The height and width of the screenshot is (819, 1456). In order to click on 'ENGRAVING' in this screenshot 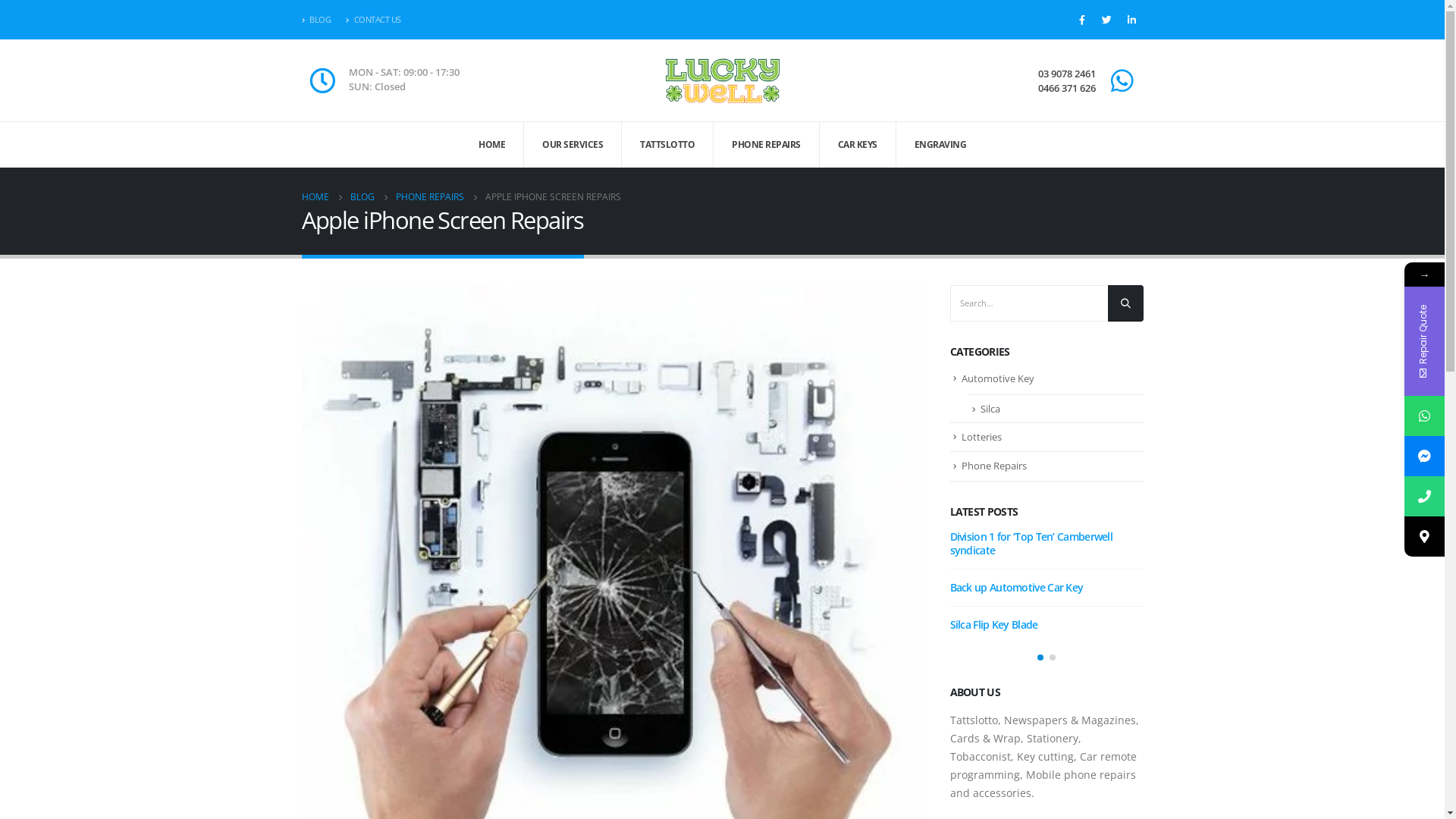, I will do `click(896, 145)`.